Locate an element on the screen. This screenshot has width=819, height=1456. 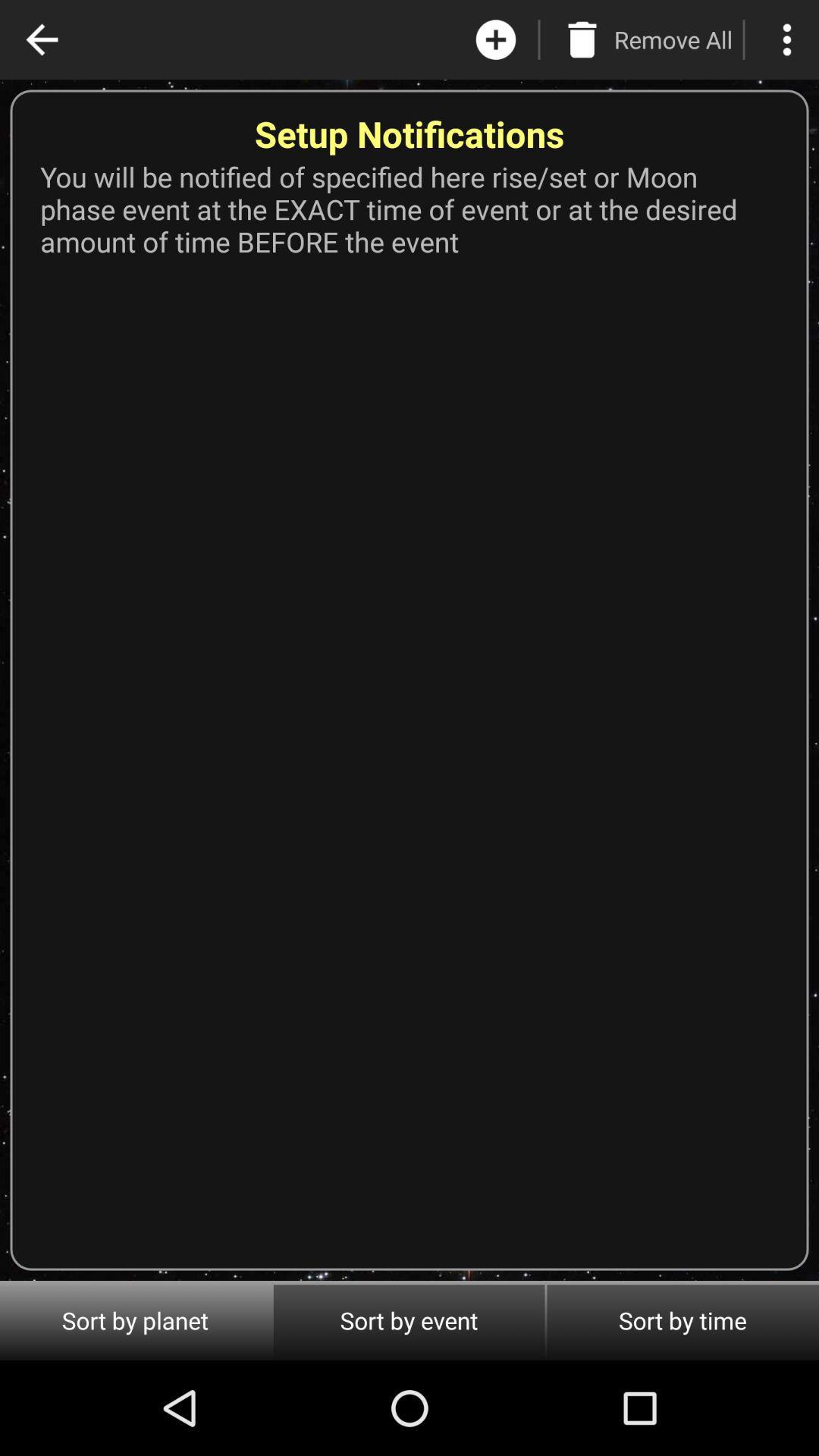
the arrow_backward icon is located at coordinates (41, 39).